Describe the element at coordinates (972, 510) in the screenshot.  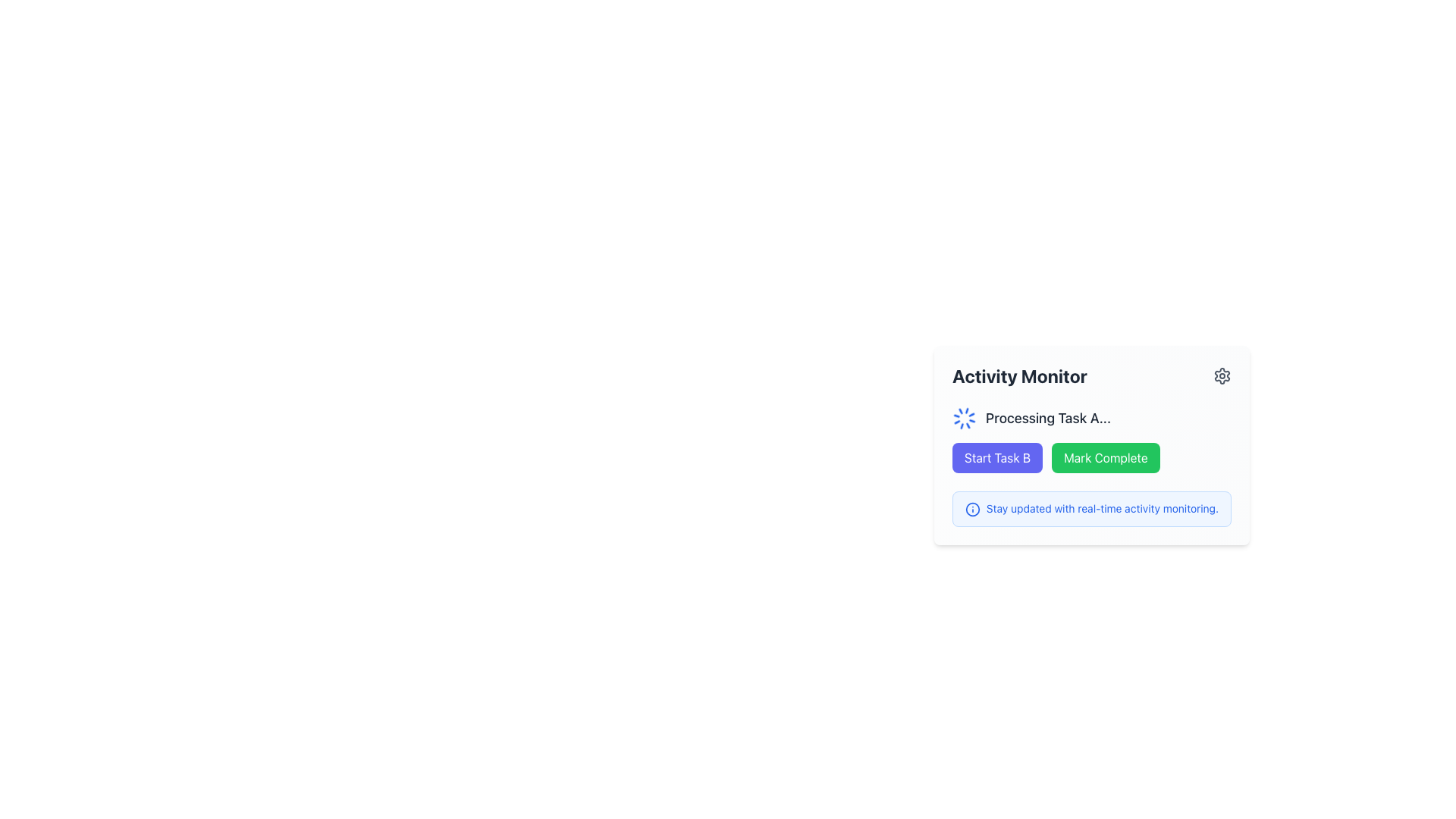
I see `the blue outlined circle icon with an information symbol that is located to the left of the text 'Stay updated with real-time activity monitoring' in the notification box at the bottom of the 'Activity Monitor' section` at that location.